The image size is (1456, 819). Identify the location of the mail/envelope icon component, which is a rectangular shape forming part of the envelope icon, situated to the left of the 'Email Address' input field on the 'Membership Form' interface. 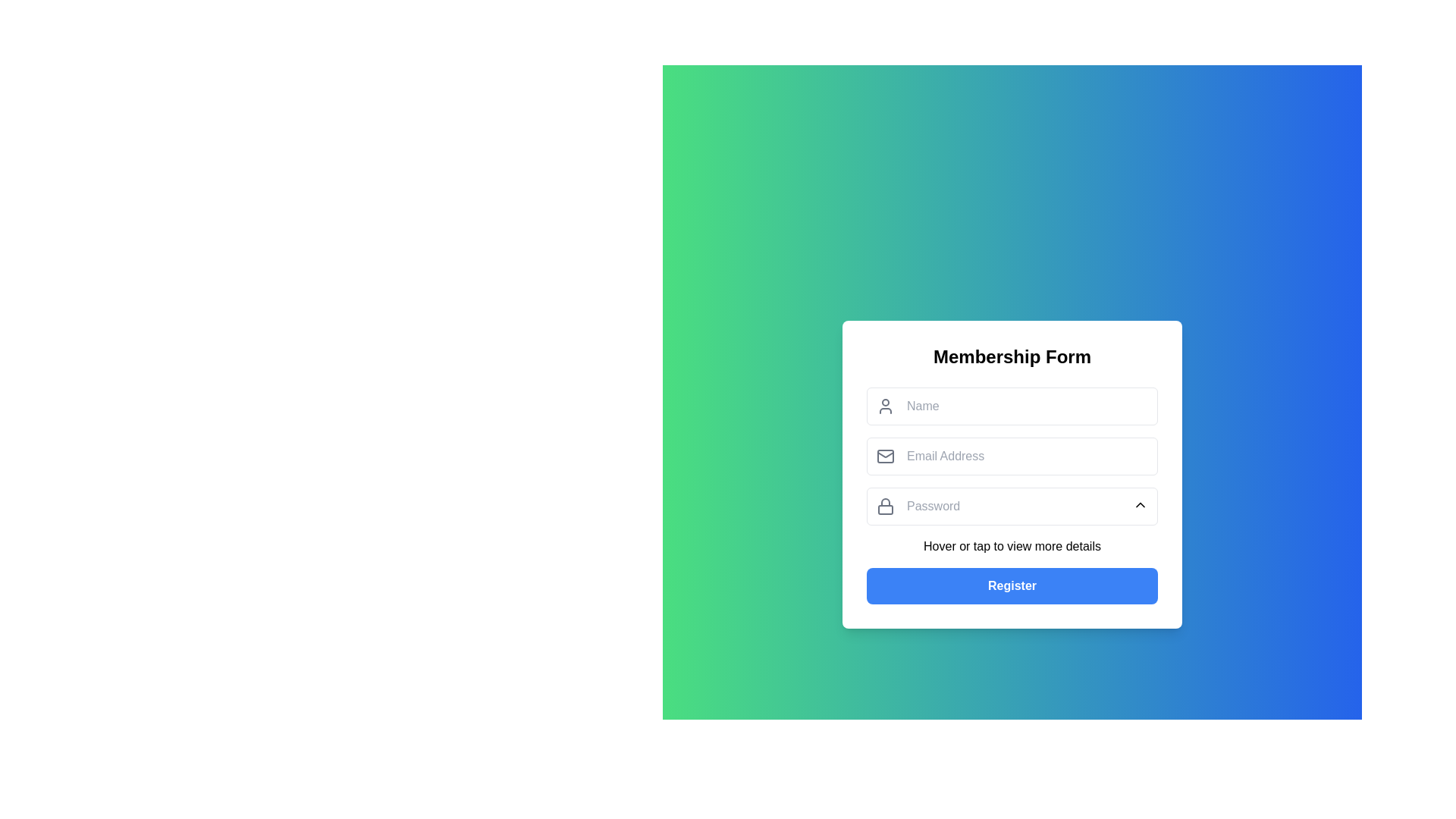
(885, 455).